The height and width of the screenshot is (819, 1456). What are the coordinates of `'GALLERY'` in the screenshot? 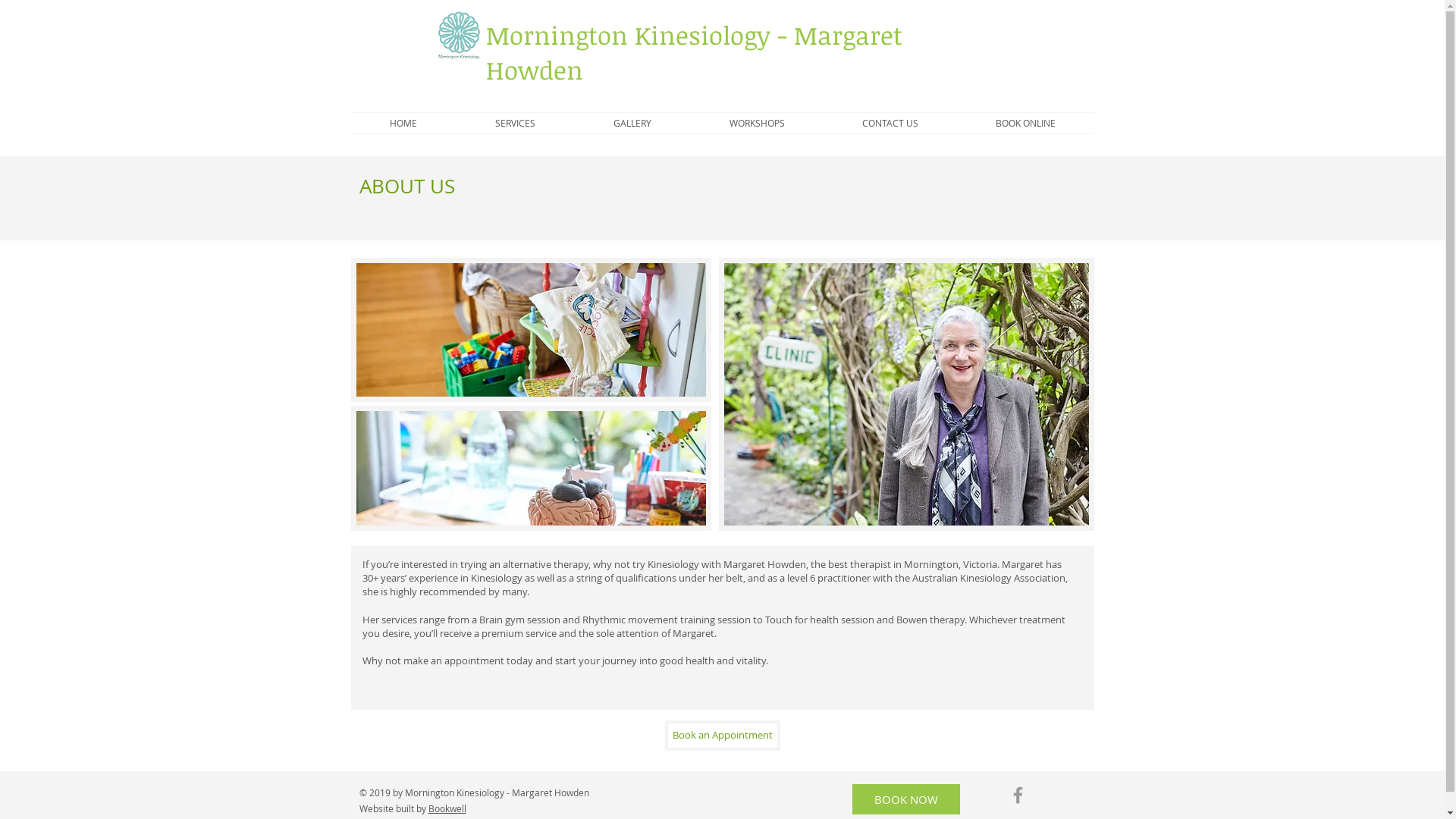 It's located at (632, 122).